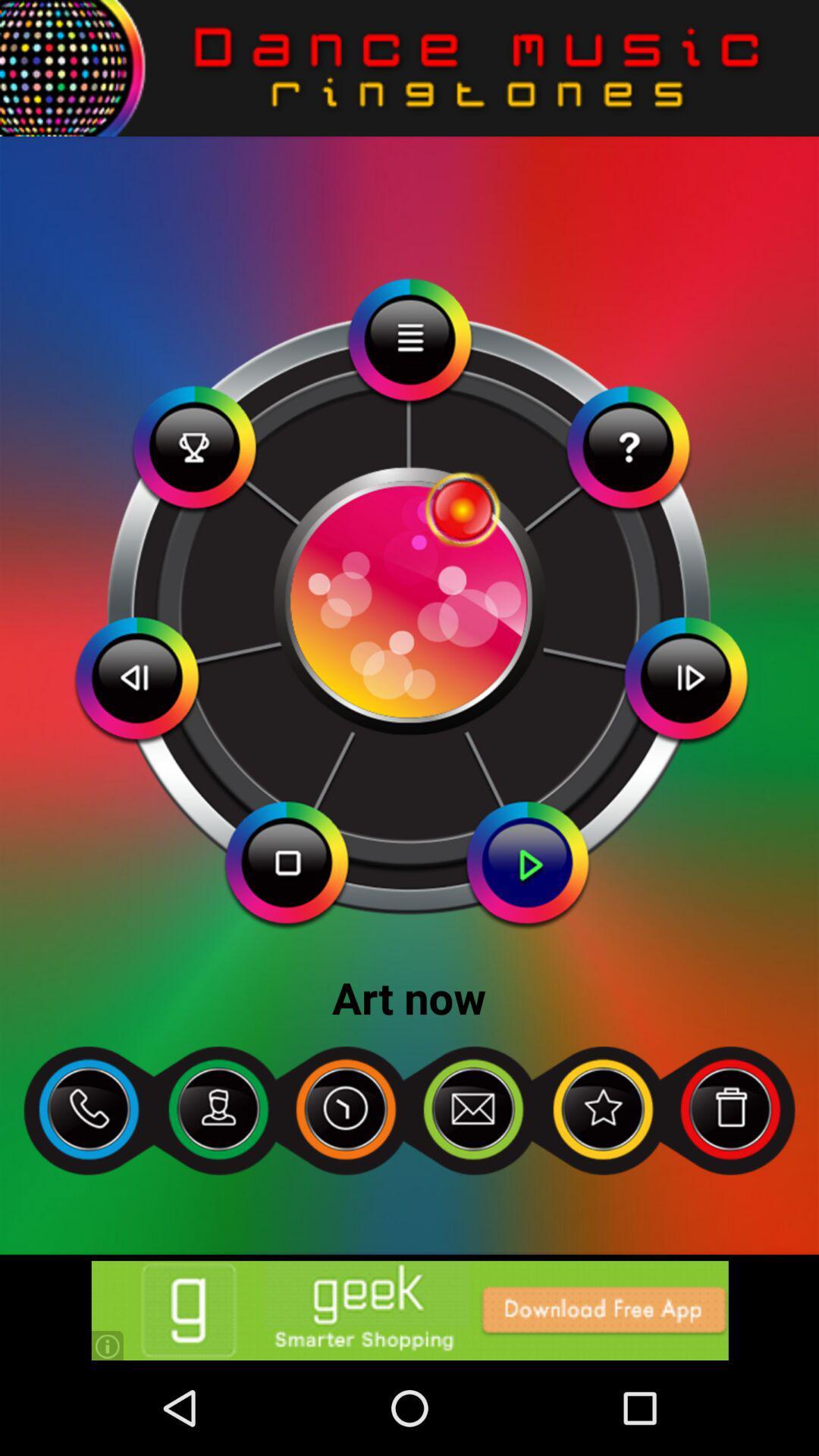 This screenshot has height=1456, width=819. I want to click on the follow icon, so click(216, 1188).